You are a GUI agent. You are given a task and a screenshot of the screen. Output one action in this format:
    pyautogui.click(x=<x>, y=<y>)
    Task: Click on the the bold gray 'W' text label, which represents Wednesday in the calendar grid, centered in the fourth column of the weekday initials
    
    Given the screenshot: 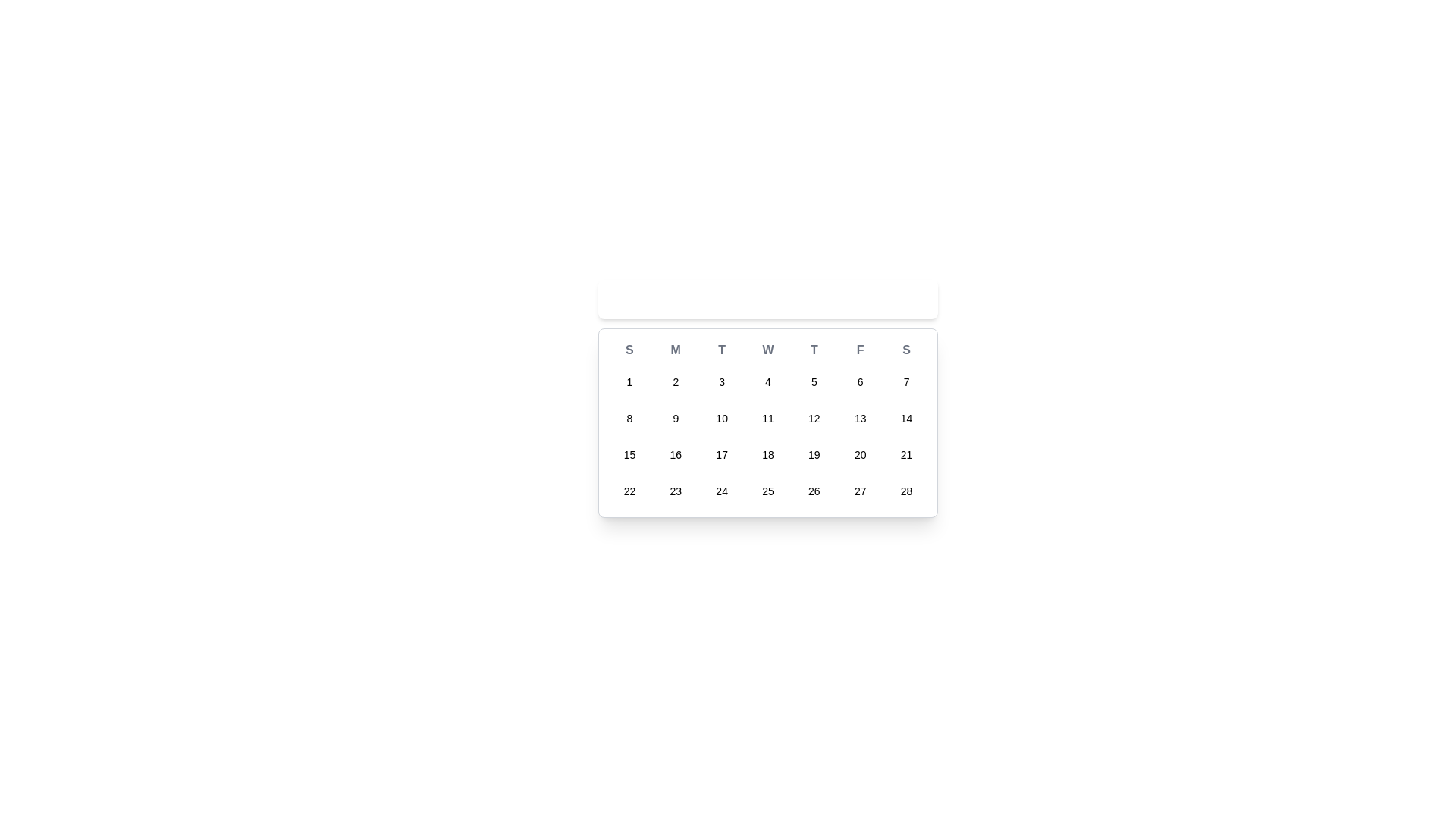 What is the action you would take?
    pyautogui.click(x=767, y=350)
    